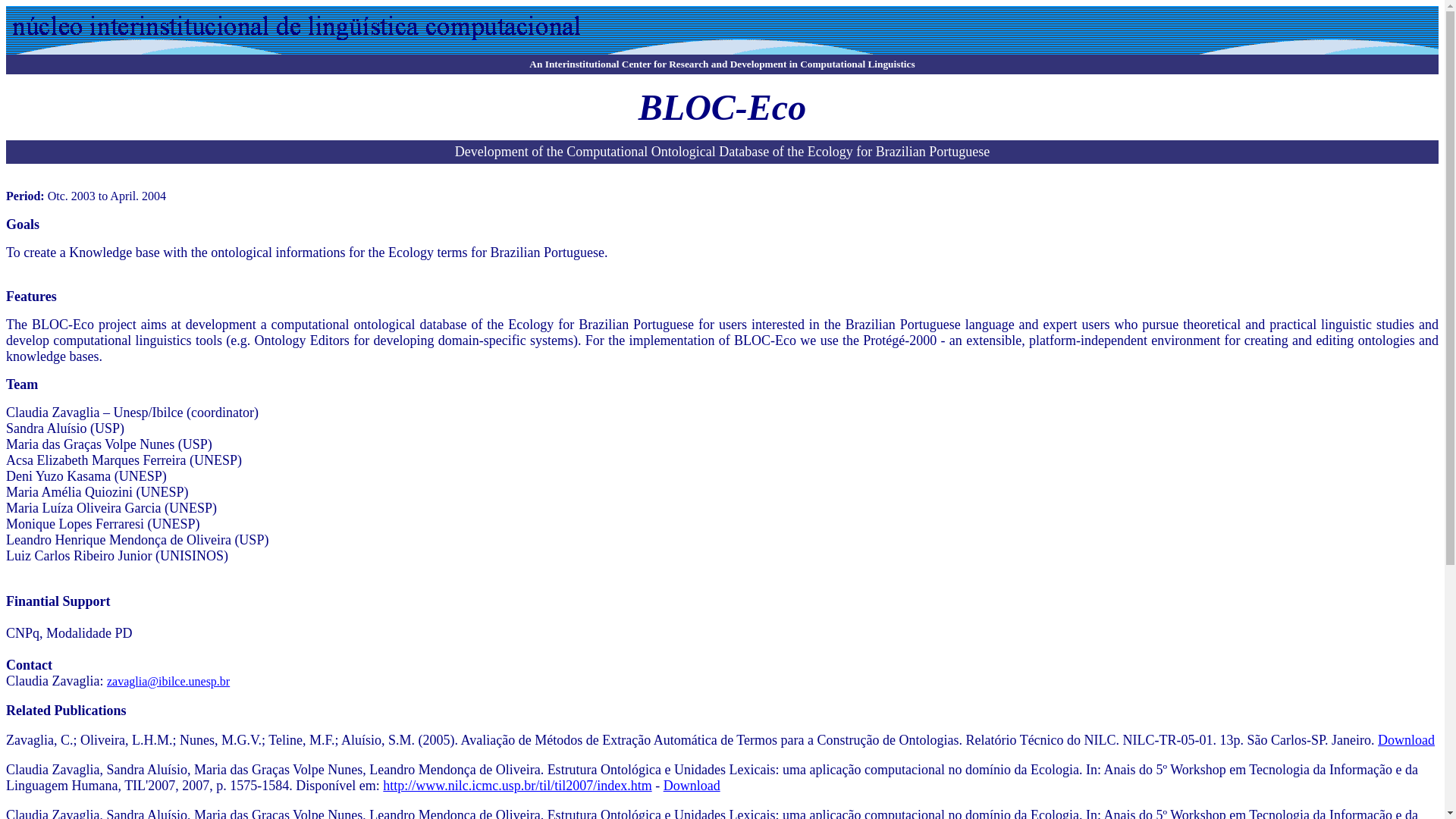  I want to click on 'zavaglia@ibilce.unesp.br', so click(168, 680).